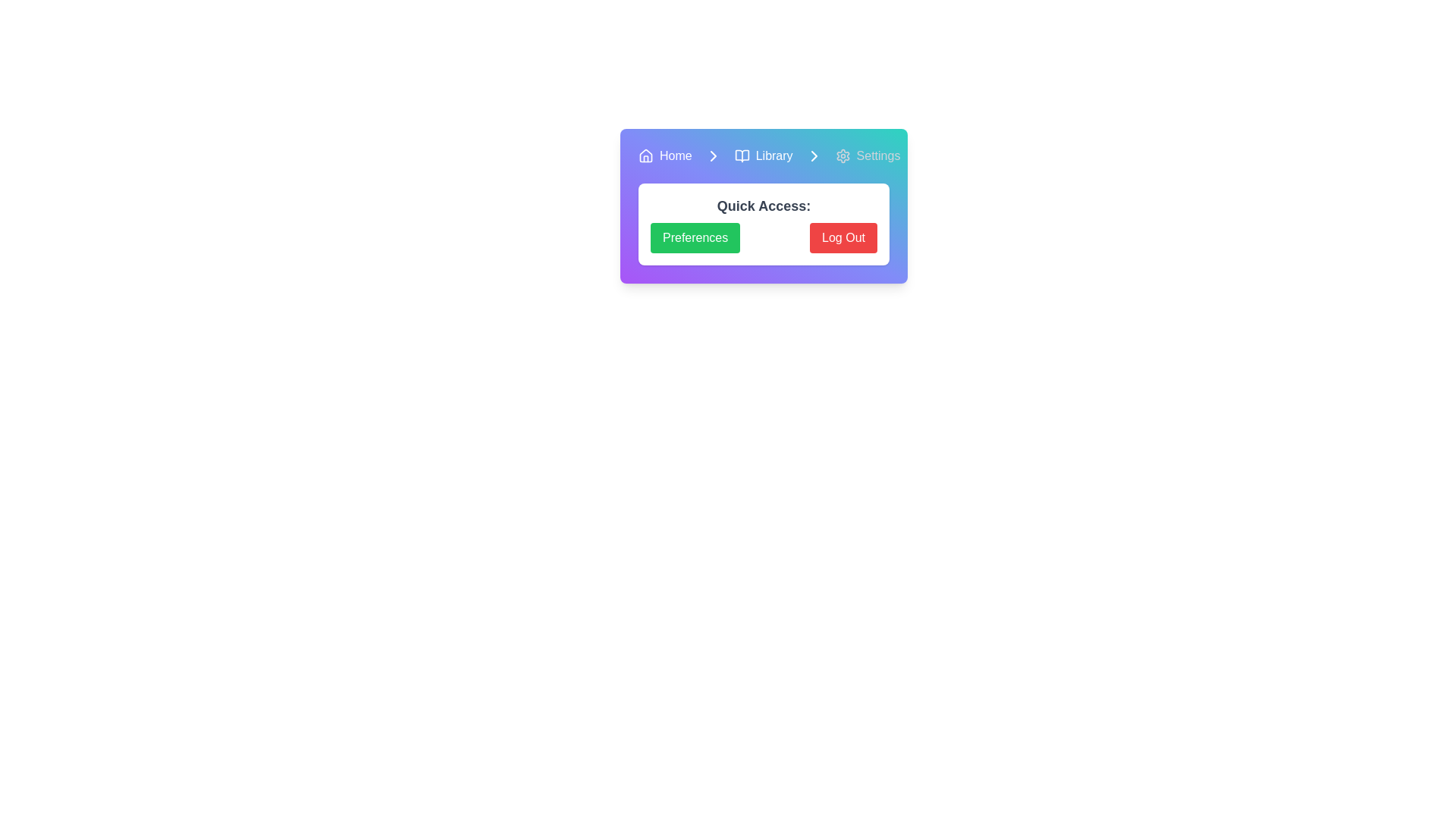  What do you see at coordinates (842, 155) in the screenshot?
I see `the gear icon located in the navigation bar` at bounding box center [842, 155].